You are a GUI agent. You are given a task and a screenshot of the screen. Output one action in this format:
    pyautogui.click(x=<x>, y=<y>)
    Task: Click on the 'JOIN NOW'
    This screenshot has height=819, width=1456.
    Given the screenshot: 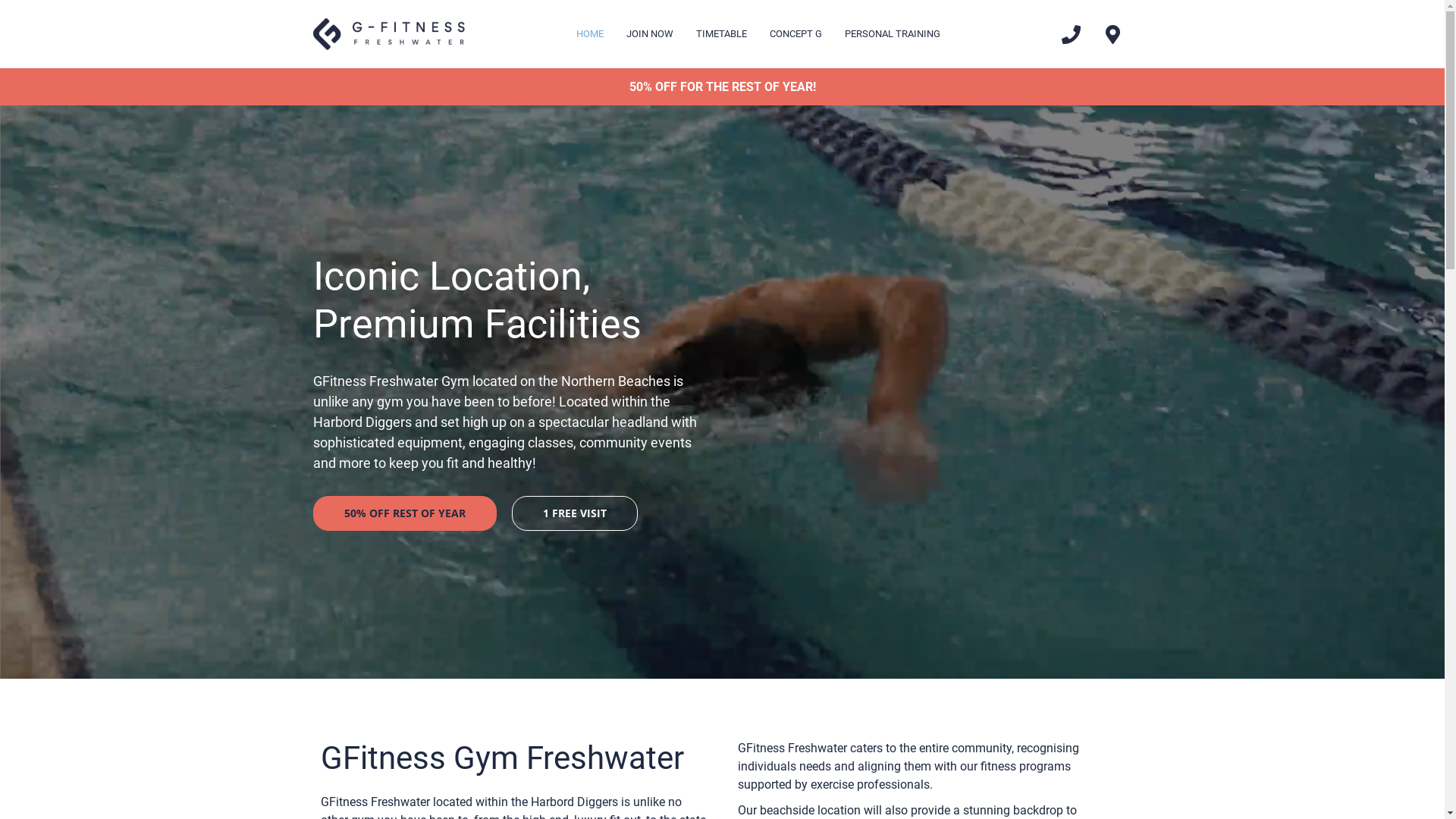 What is the action you would take?
    pyautogui.click(x=650, y=34)
    